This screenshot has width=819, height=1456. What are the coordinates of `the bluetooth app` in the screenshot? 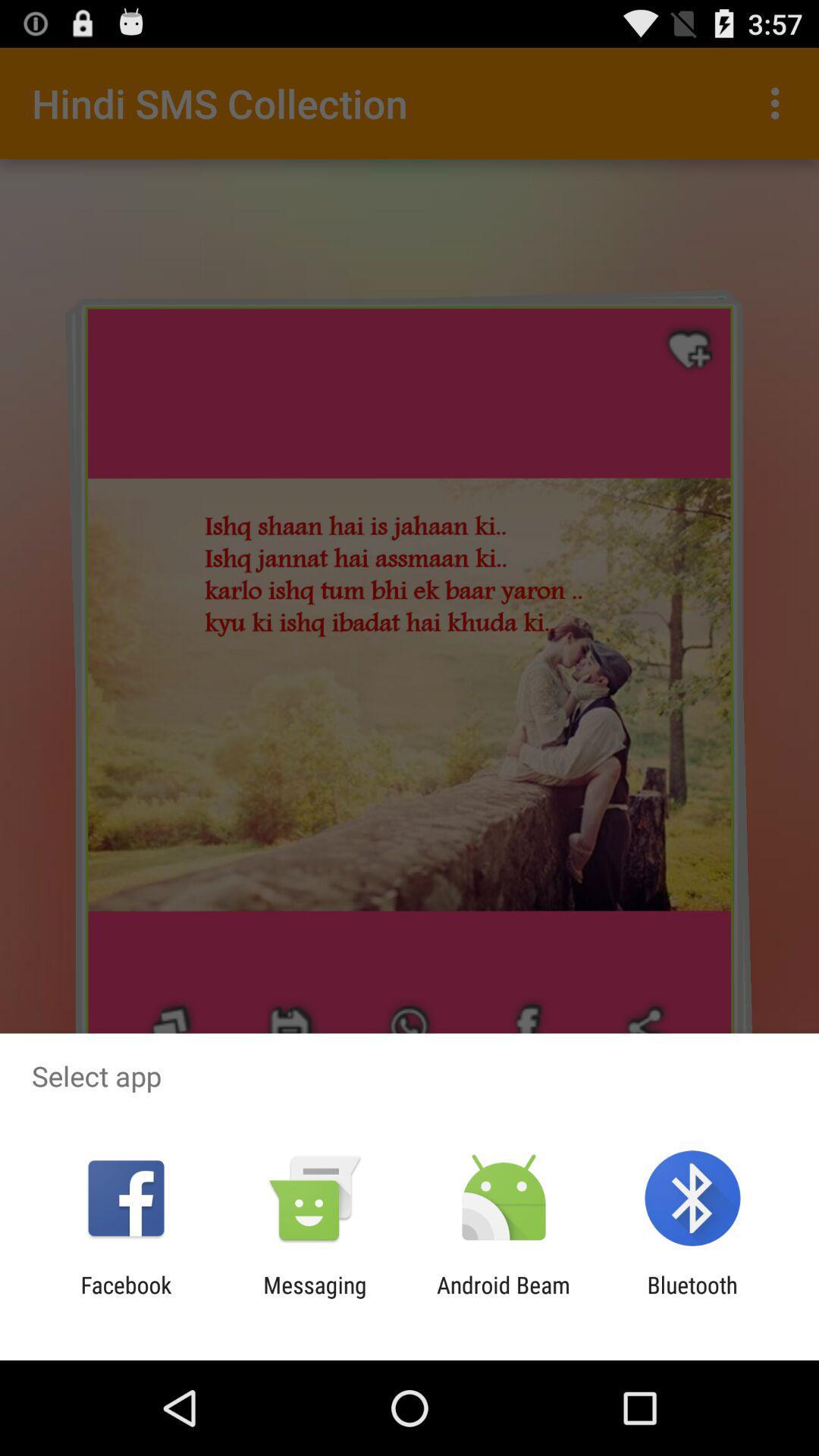 It's located at (692, 1298).